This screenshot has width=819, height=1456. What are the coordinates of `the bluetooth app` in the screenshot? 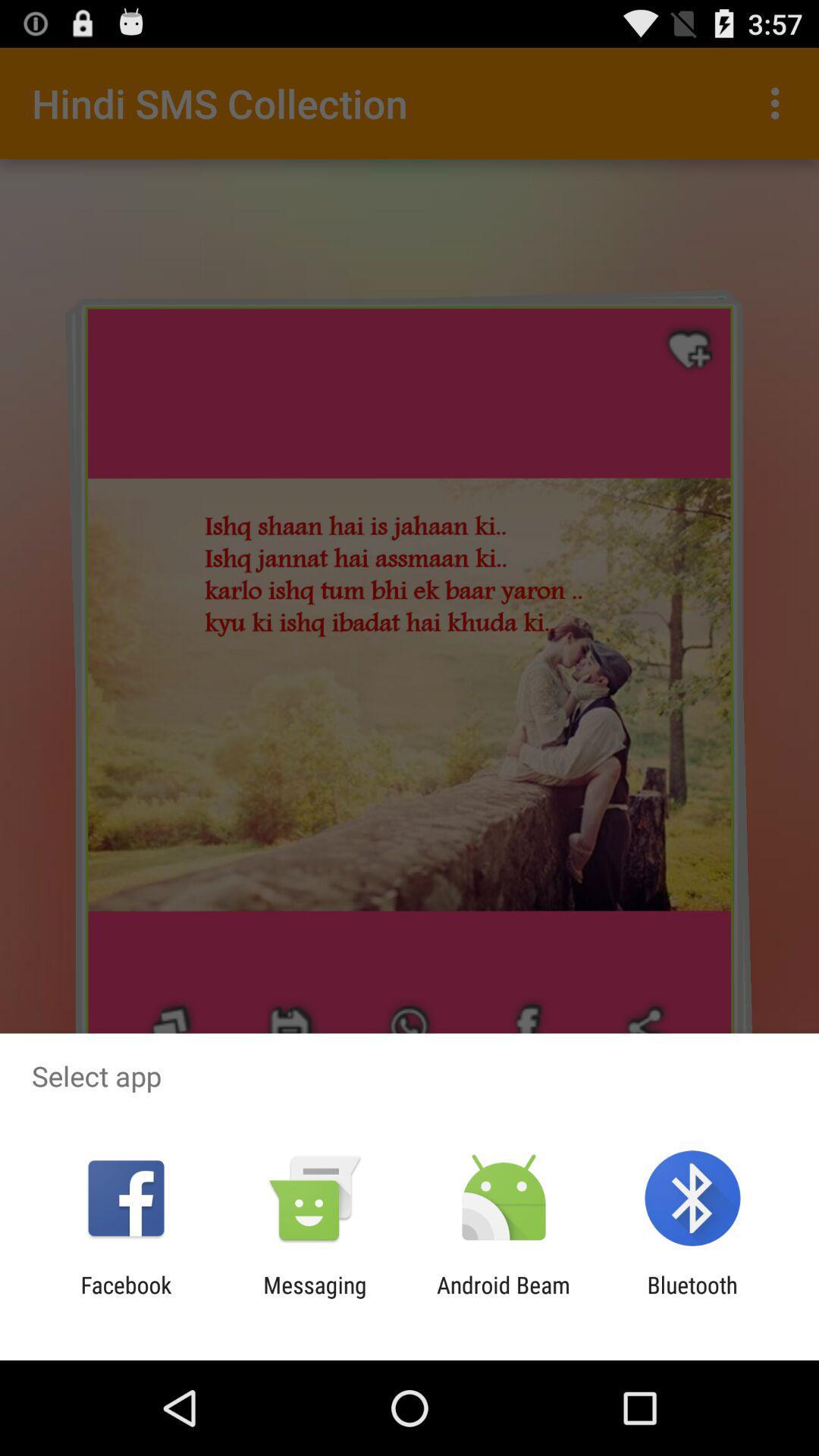 It's located at (692, 1298).